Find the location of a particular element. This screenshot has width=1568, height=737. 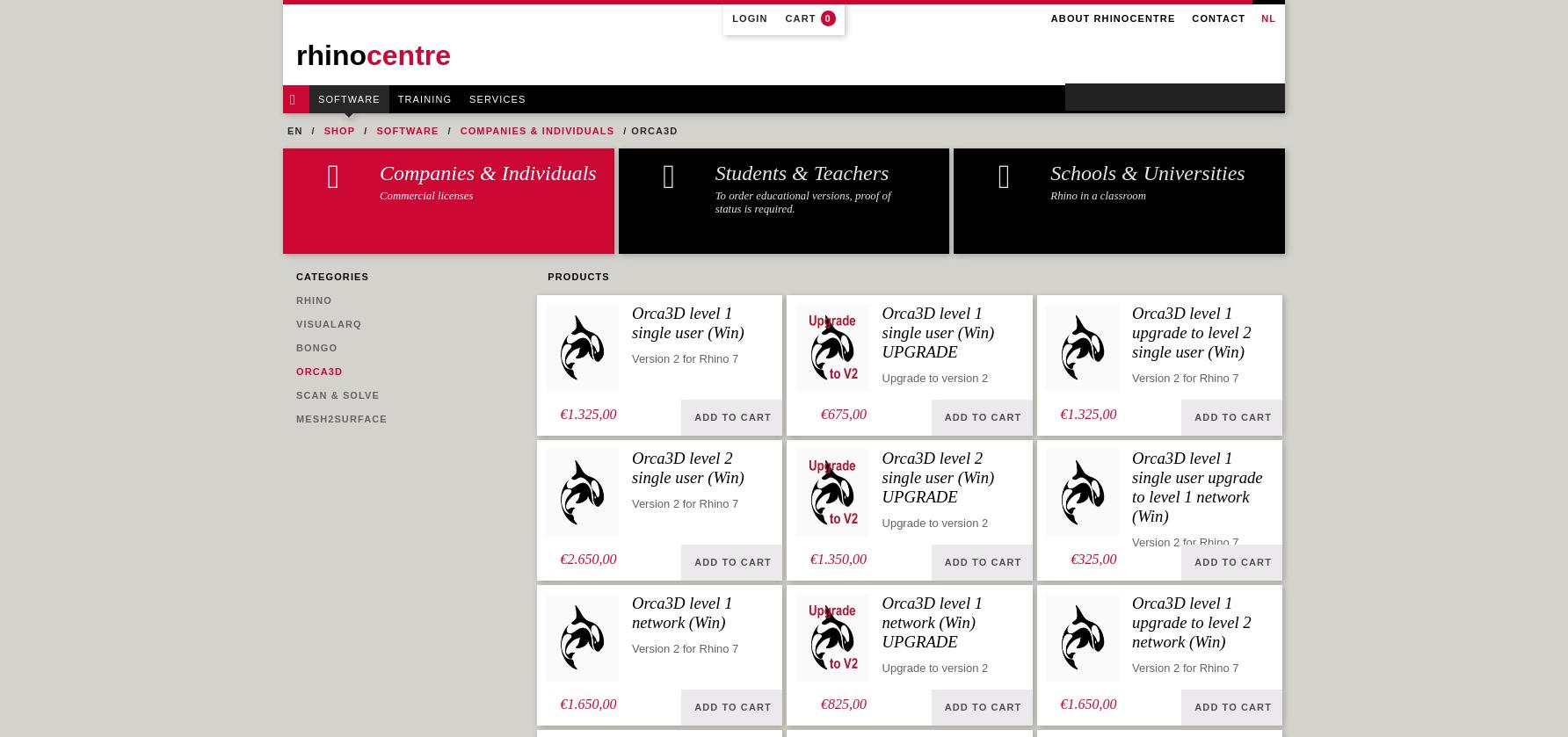

'Orca3D level 2 single user (Win)' is located at coordinates (686, 466).